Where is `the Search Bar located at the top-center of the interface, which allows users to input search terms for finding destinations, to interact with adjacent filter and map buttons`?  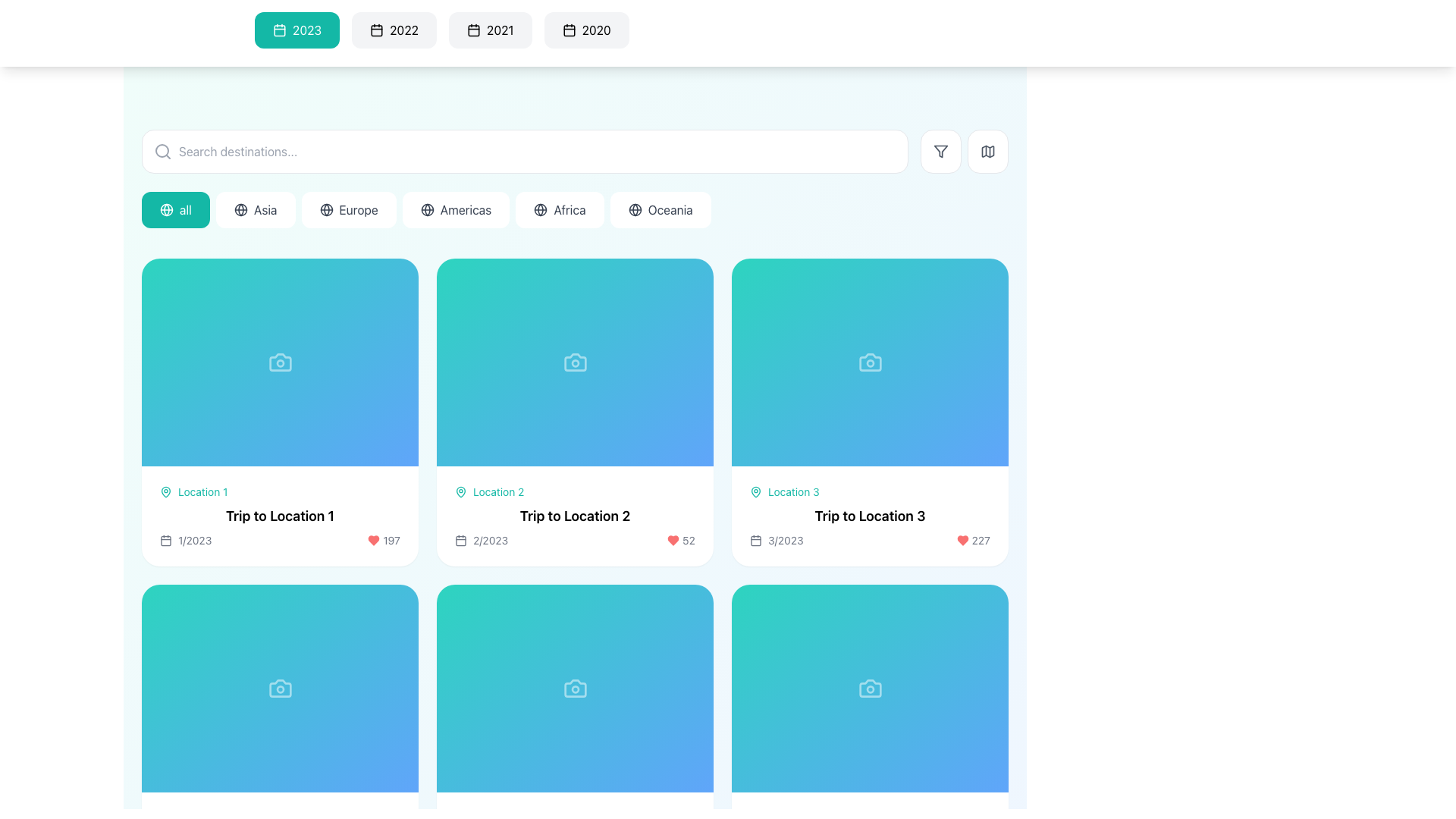 the Search Bar located at the top-center of the interface, which allows users to input search terms for finding destinations, to interact with adjacent filter and map buttons is located at coordinates (574, 152).